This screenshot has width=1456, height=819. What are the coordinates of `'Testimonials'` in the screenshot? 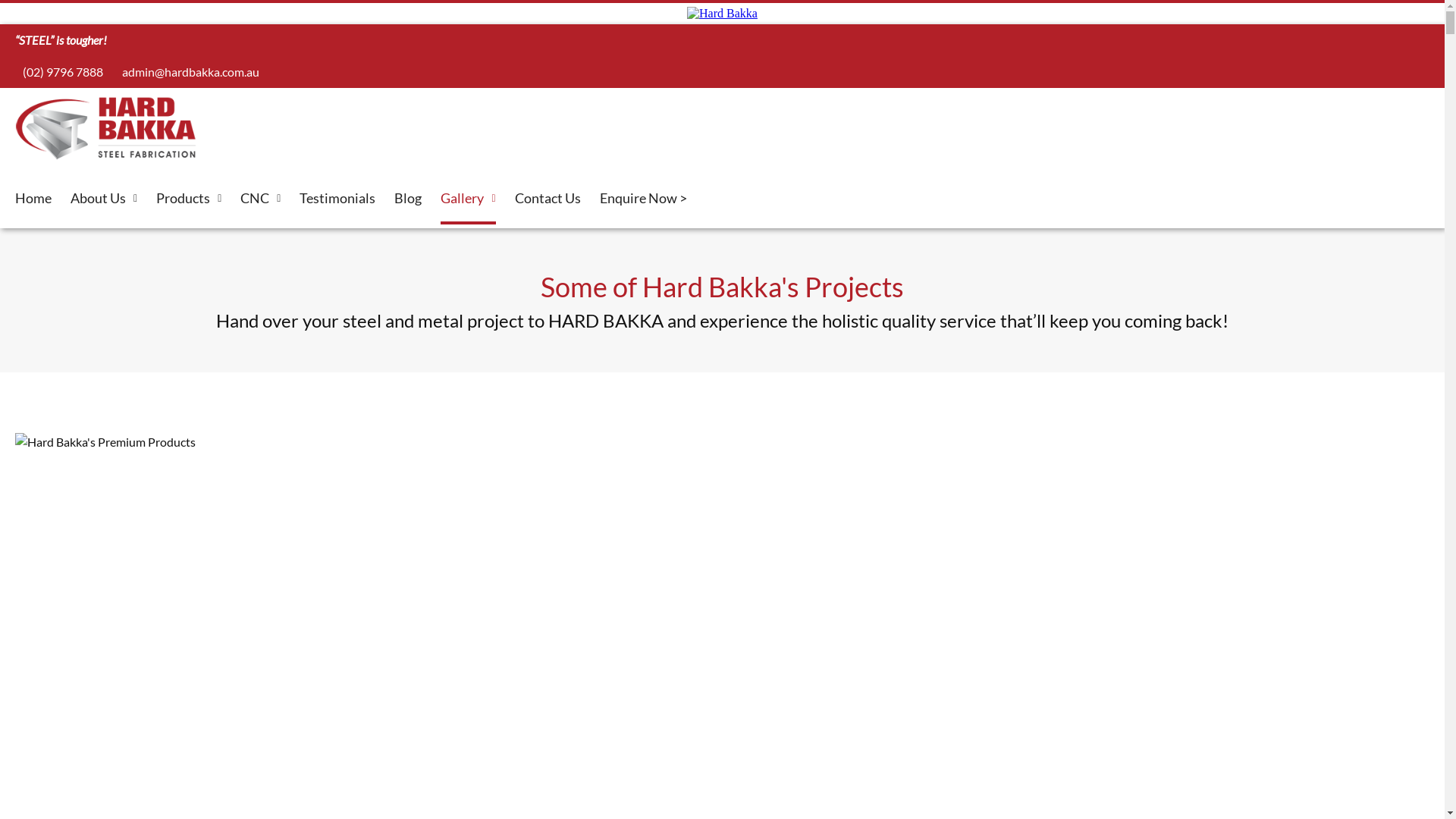 It's located at (299, 198).